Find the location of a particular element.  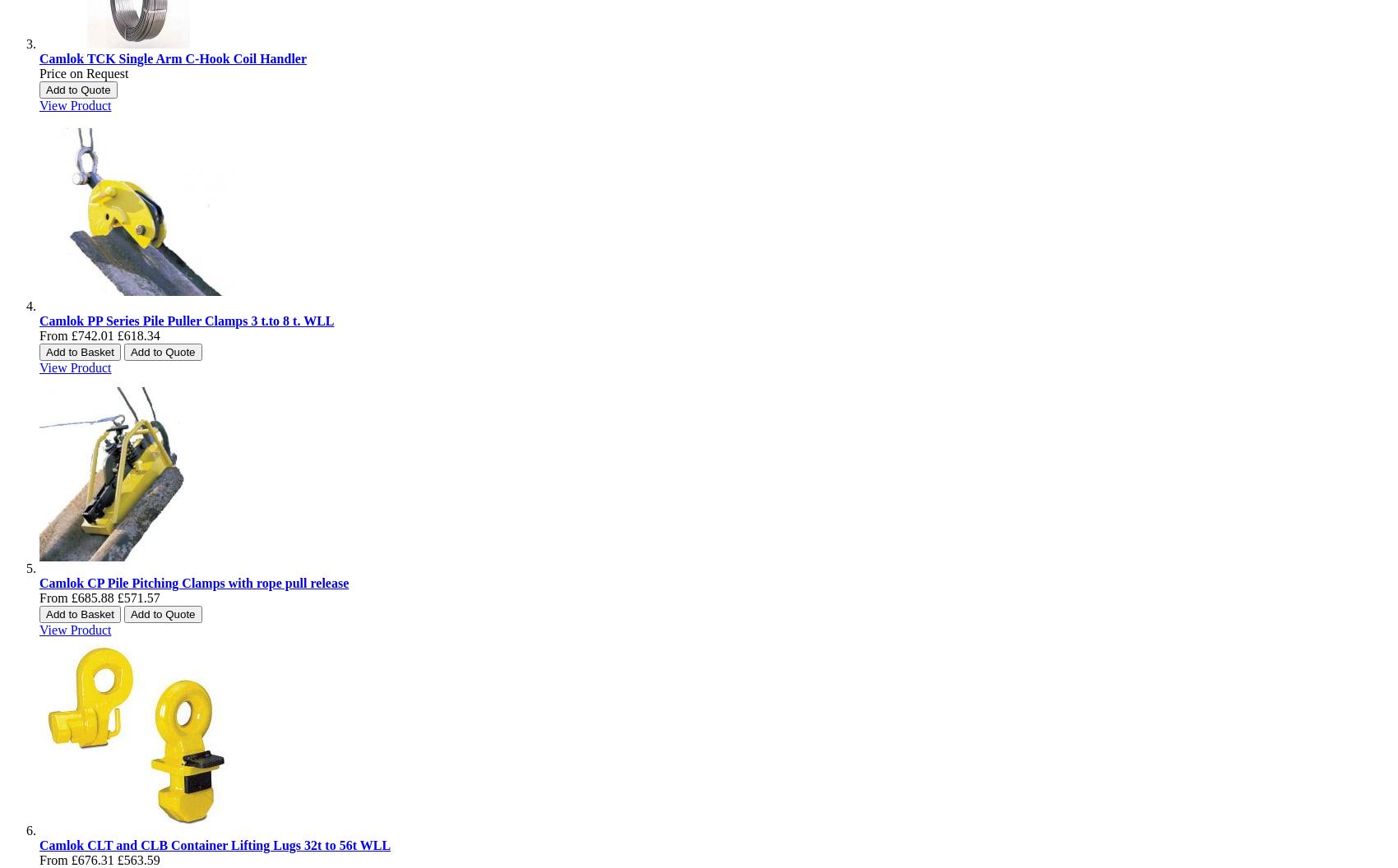

'Price on Request' is located at coordinates (84, 72).